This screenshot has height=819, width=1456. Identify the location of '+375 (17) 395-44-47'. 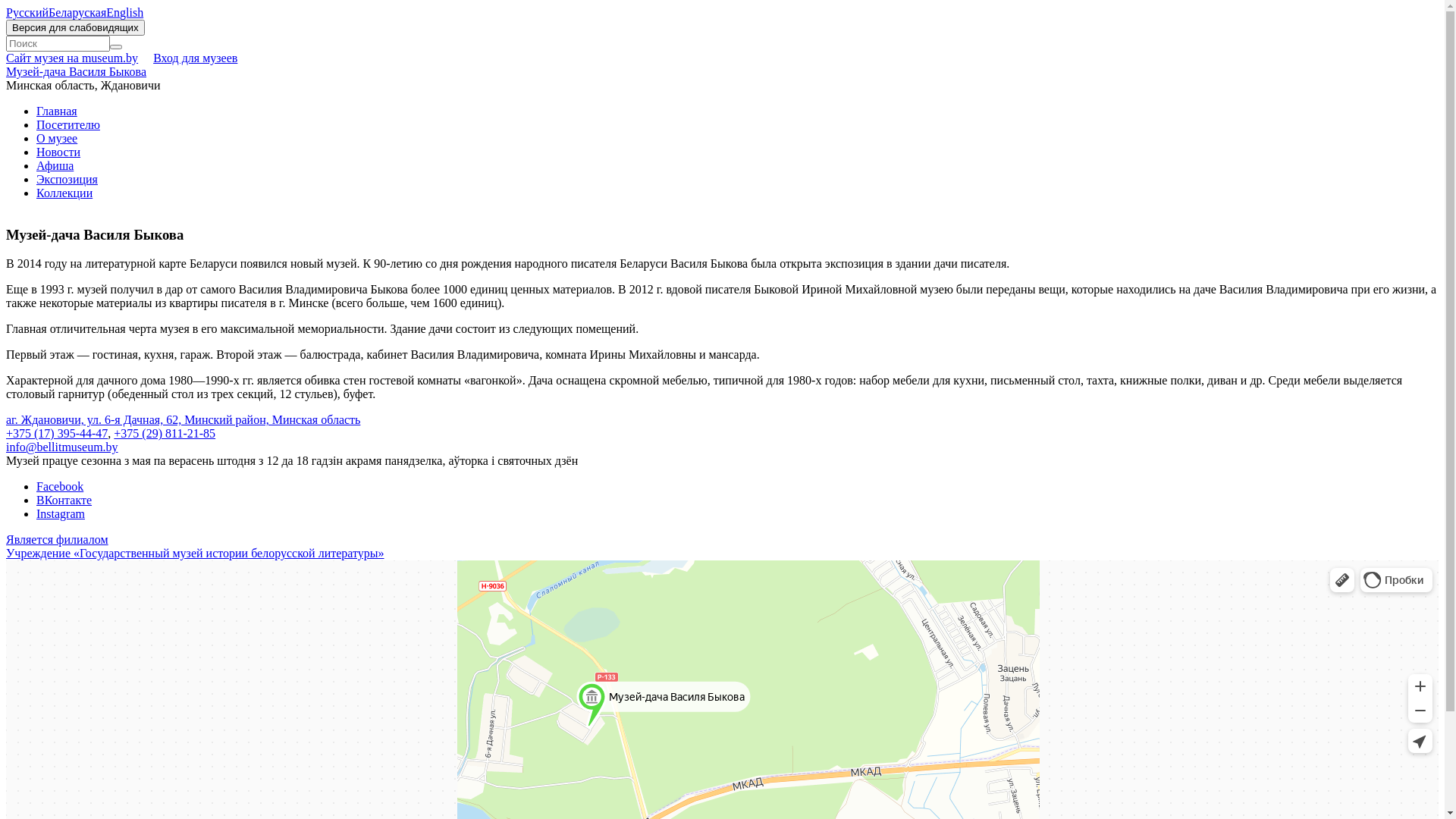
(57, 433).